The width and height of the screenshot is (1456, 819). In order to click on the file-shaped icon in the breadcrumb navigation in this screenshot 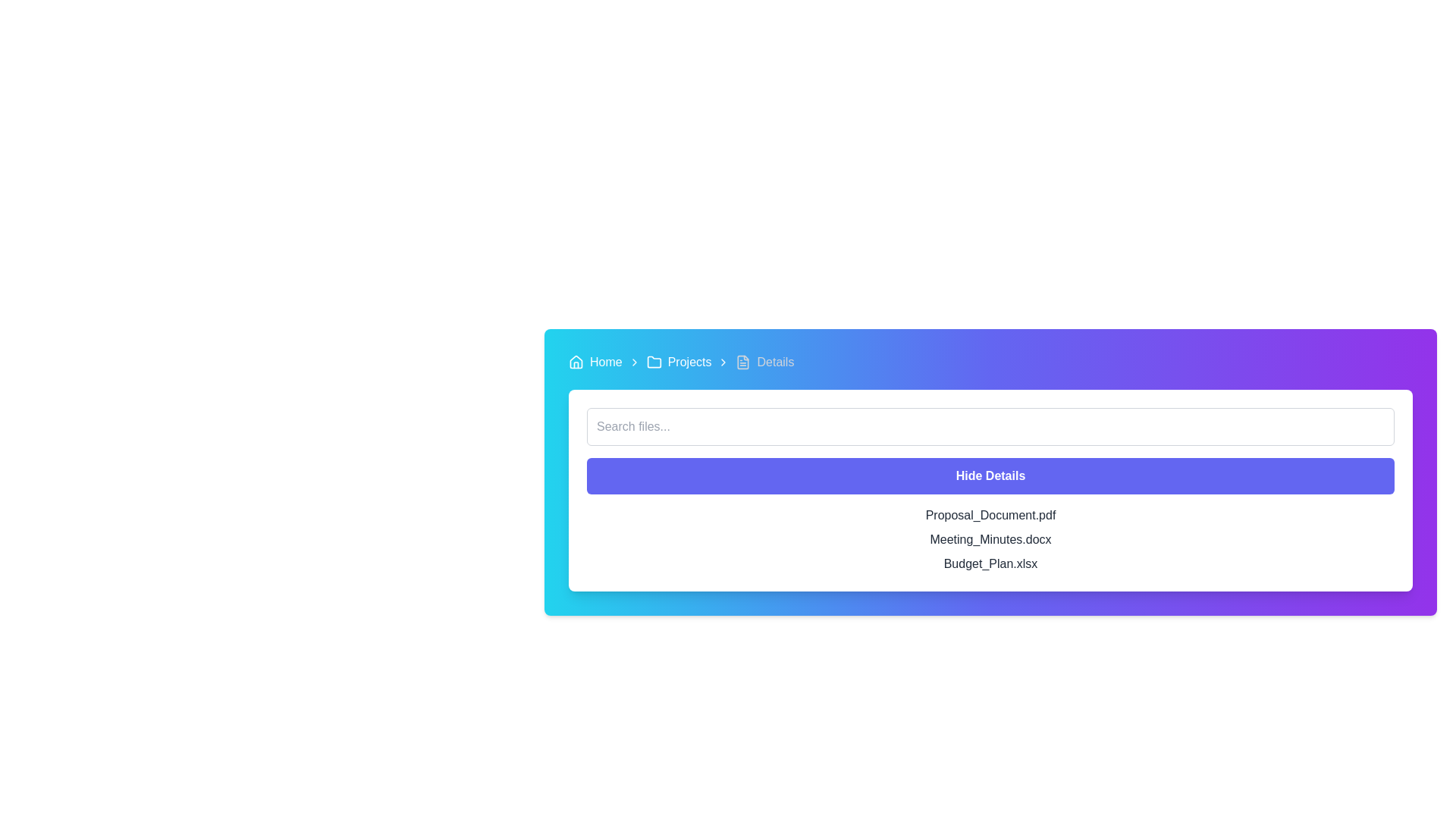, I will do `click(743, 362)`.